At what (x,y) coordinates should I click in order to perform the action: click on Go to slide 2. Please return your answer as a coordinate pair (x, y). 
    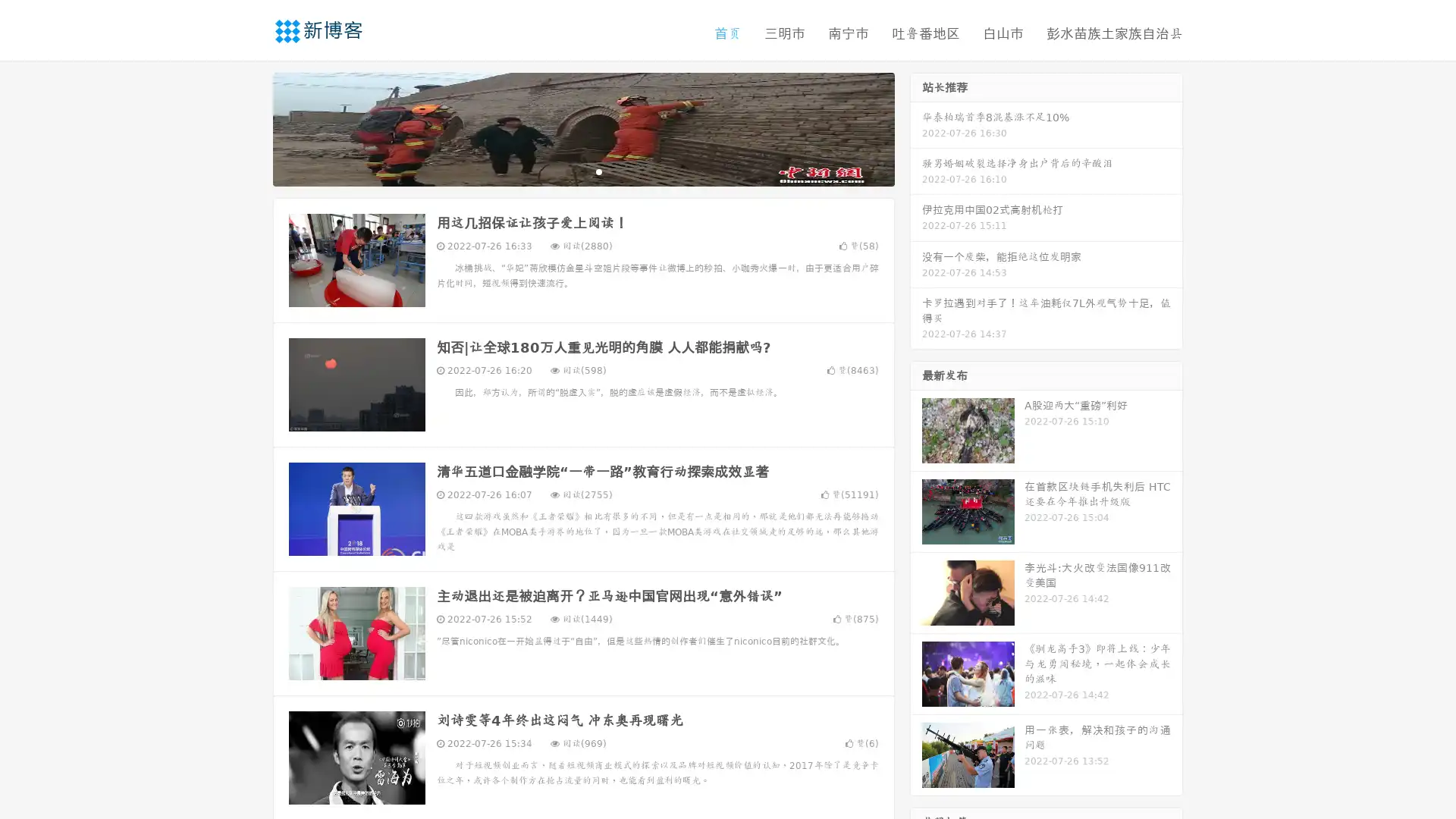
    Looking at the image, I should click on (582, 171).